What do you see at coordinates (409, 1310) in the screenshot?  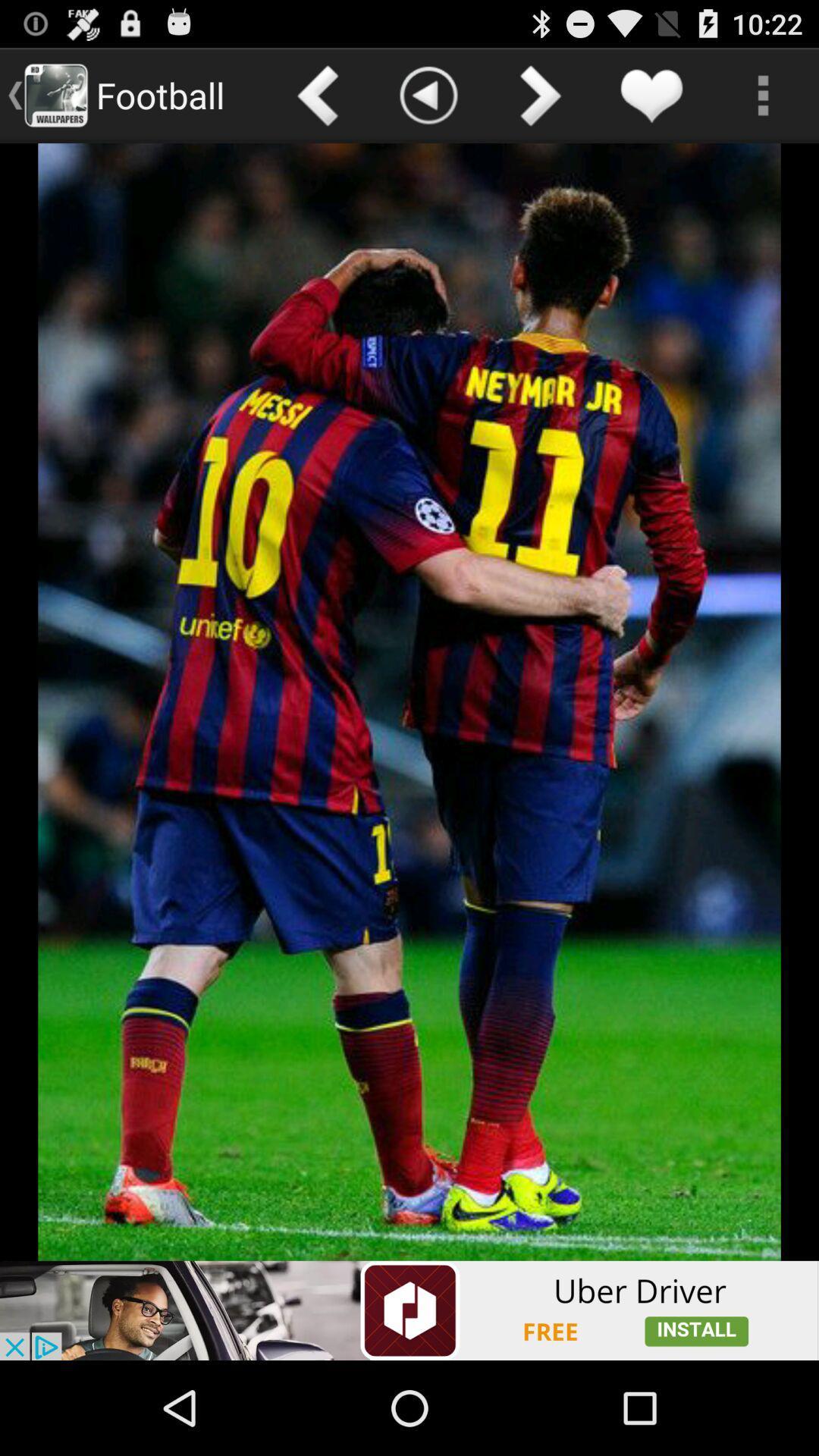 I see `advertisement link` at bounding box center [409, 1310].